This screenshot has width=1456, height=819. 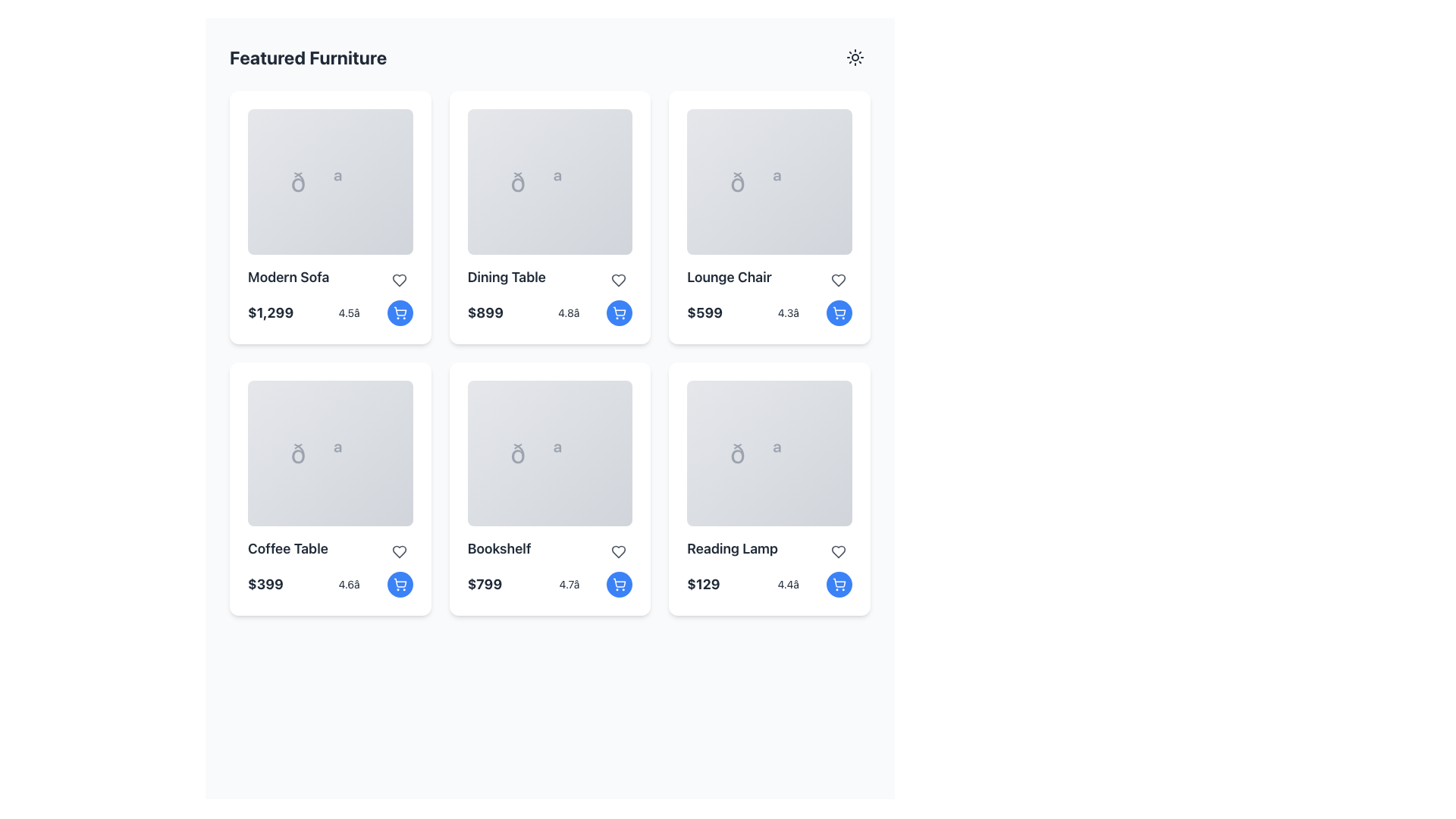 I want to click on the heart-shaped icon, so click(x=837, y=552).